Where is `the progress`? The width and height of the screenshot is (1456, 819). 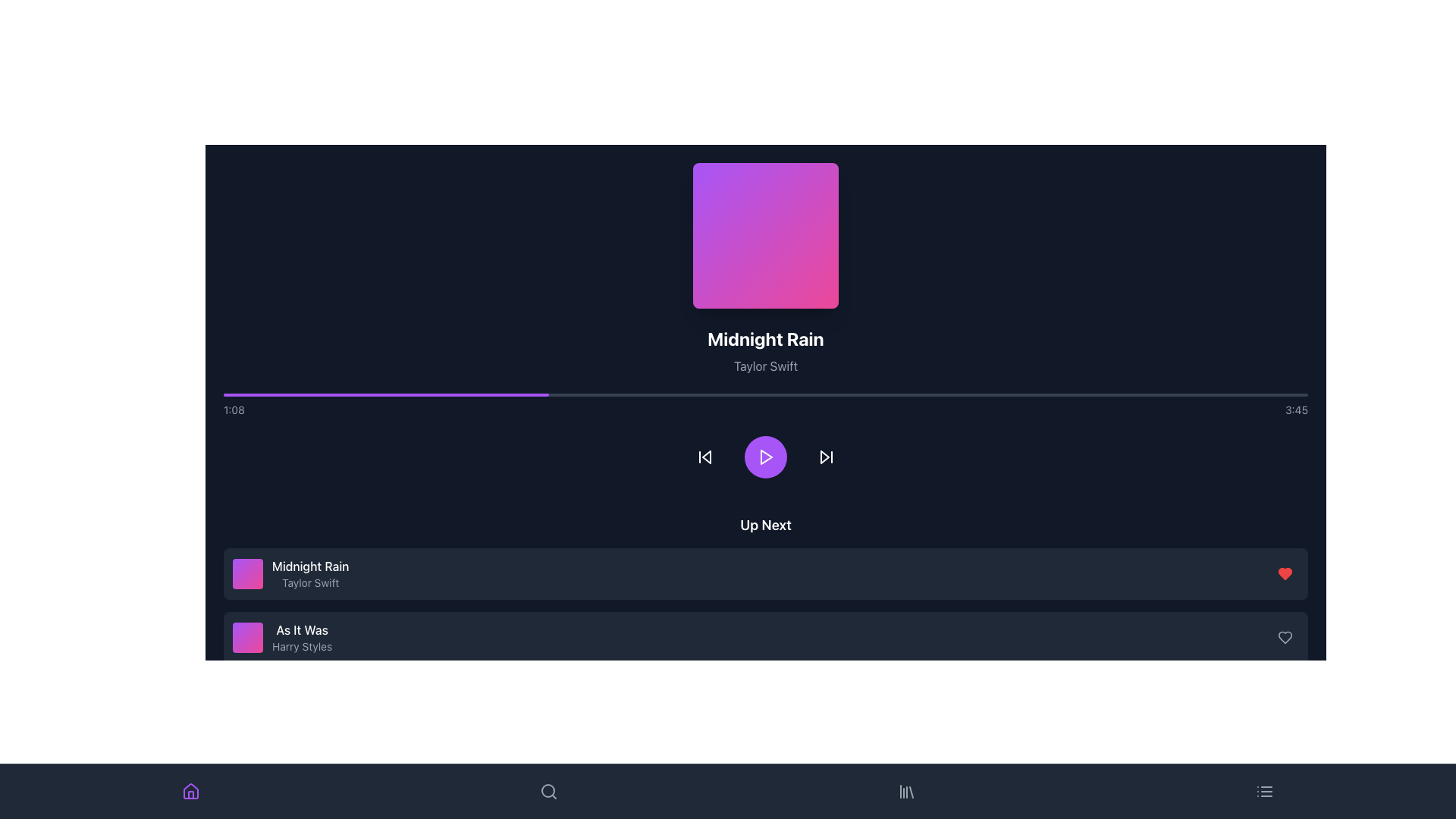
the progress is located at coordinates (938, 394).